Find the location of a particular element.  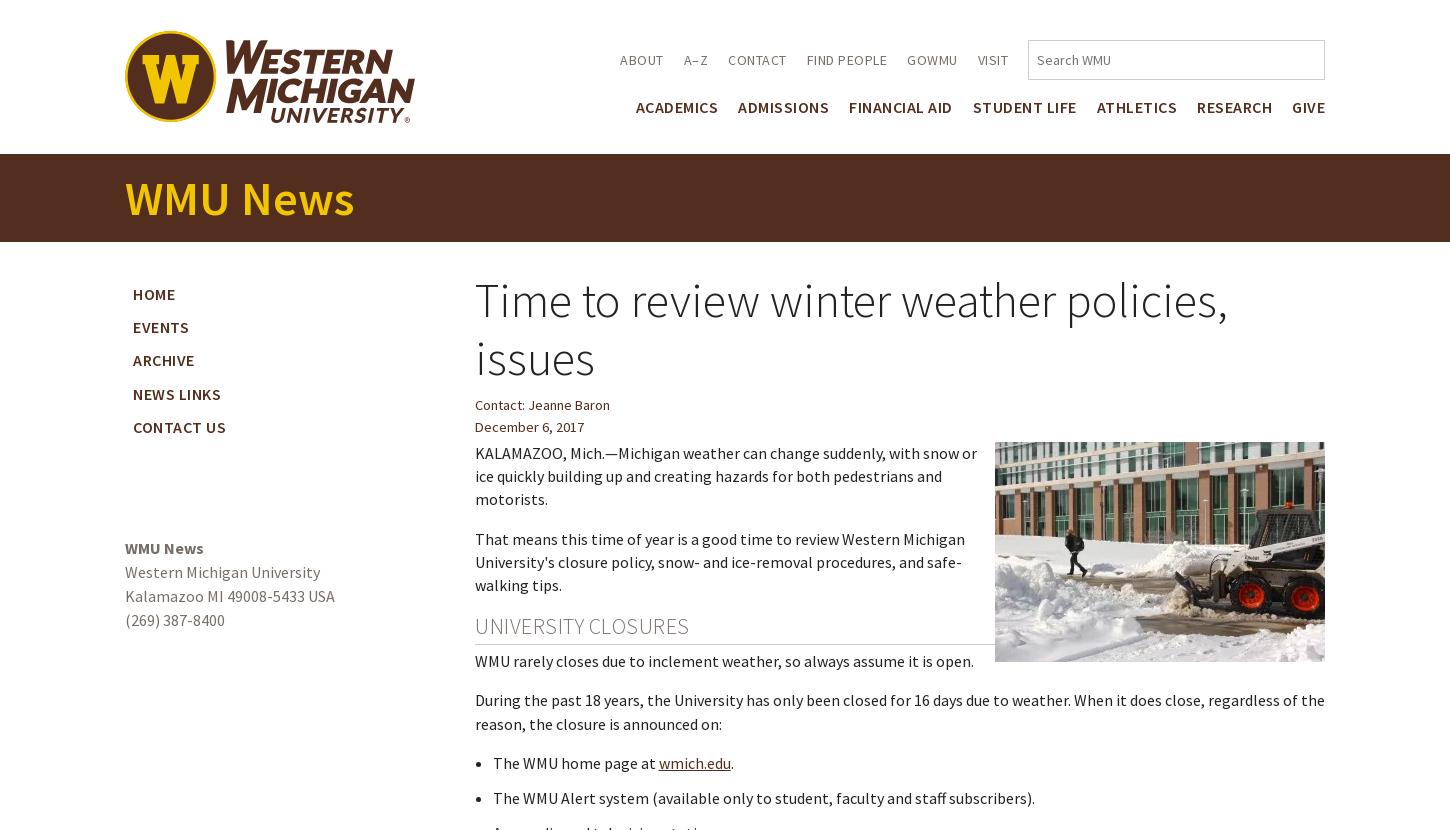

'The WMU home page at' is located at coordinates (575, 762).